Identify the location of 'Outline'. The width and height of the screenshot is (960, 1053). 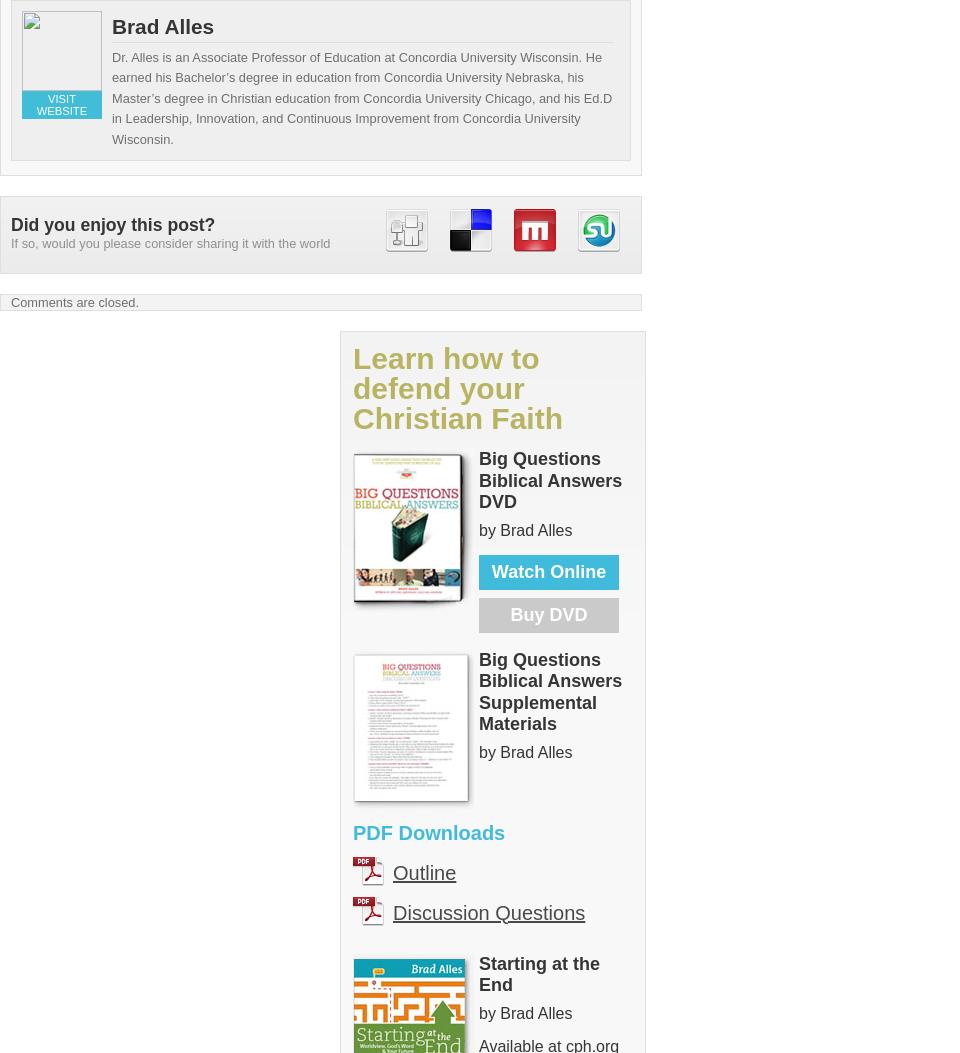
(424, 871).